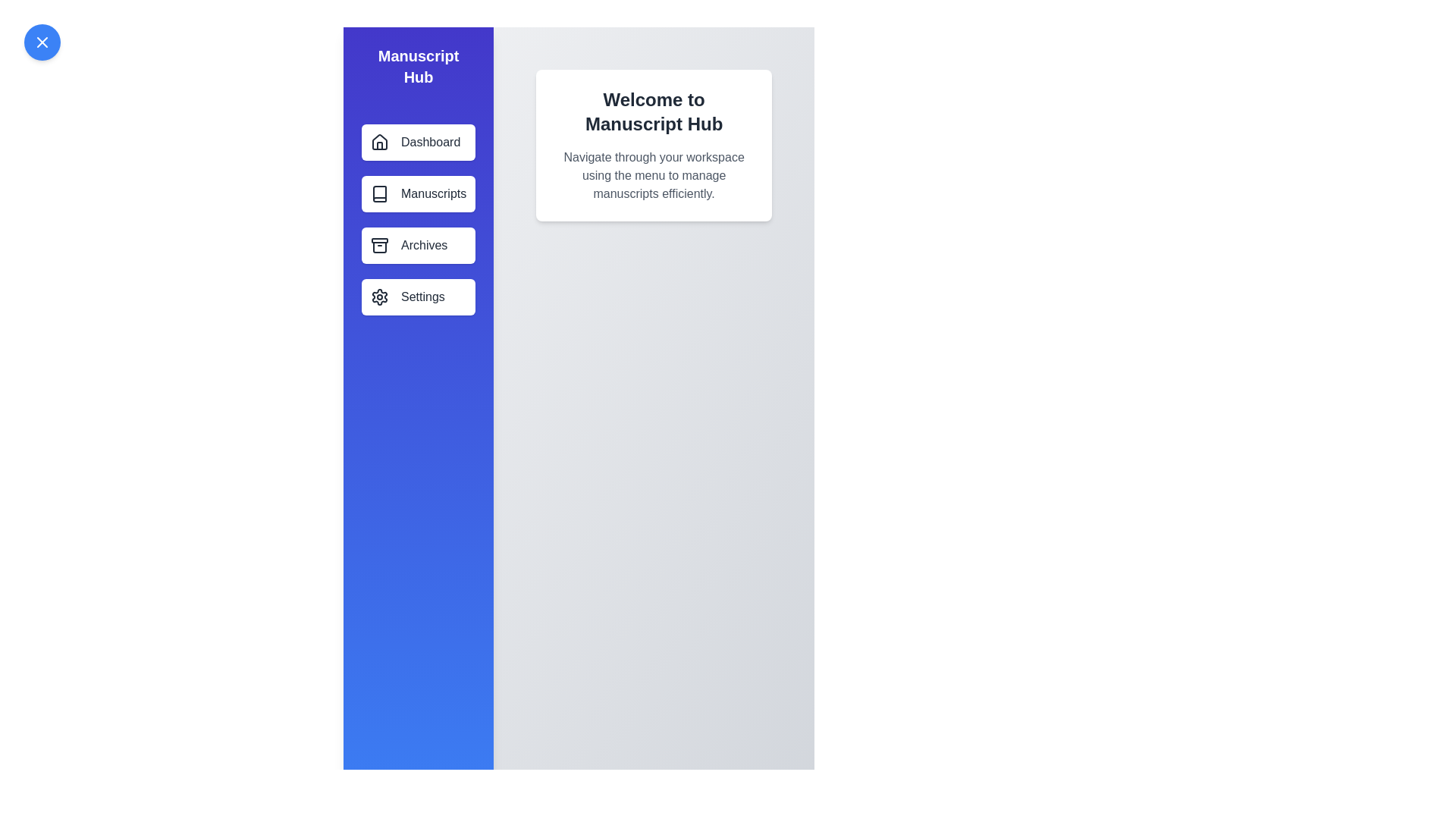 Image resolution: width=1456 pixels, height=819 pixels. Describe the element at coordinates (419, 143) in the screenshot. I see `the menu item labeled Dashboard` at that location.